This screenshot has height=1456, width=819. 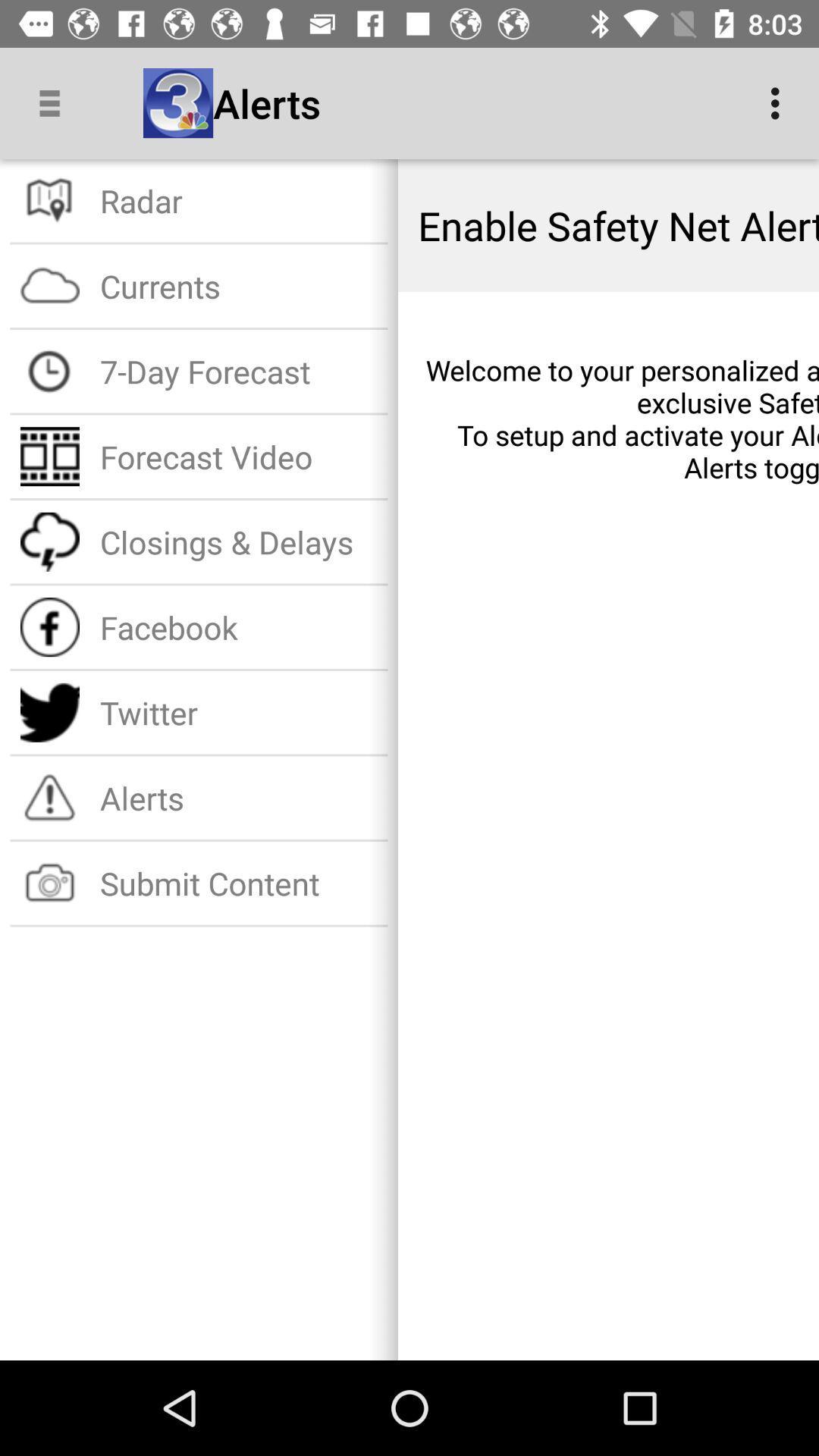 What do you see at coordinates (239, 371) in the screenshot?
I see `icon to the left of welcome to your` at bounding box center [239, 371].